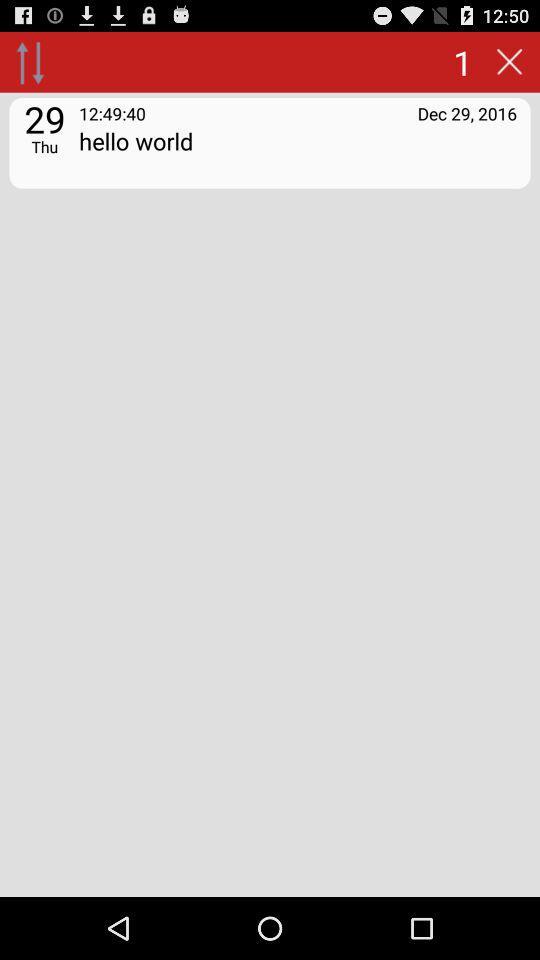 The width and height of the screenshot is (540, 960). Describe the element at coordinates (44, 145) in the screenshot. I see `the thu app` at that location.